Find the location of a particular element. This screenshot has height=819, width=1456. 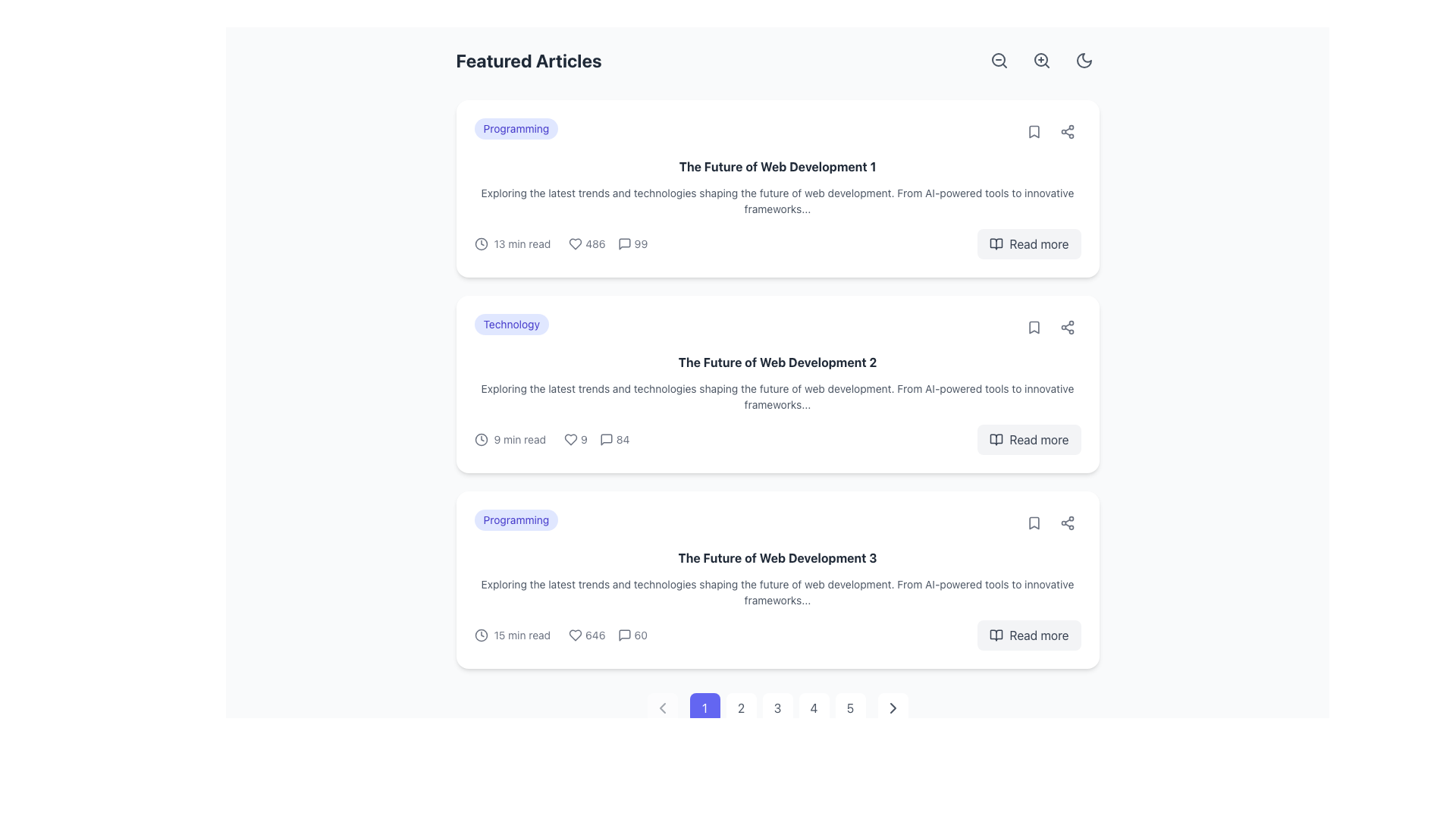

the numerical text '646' which is displayed in a small-sized, light gray font and is located to the right of the heart icon, indicating a count of likes under the content section titled 'The Future of Web Development 3' is located at coordinates (595, 635).